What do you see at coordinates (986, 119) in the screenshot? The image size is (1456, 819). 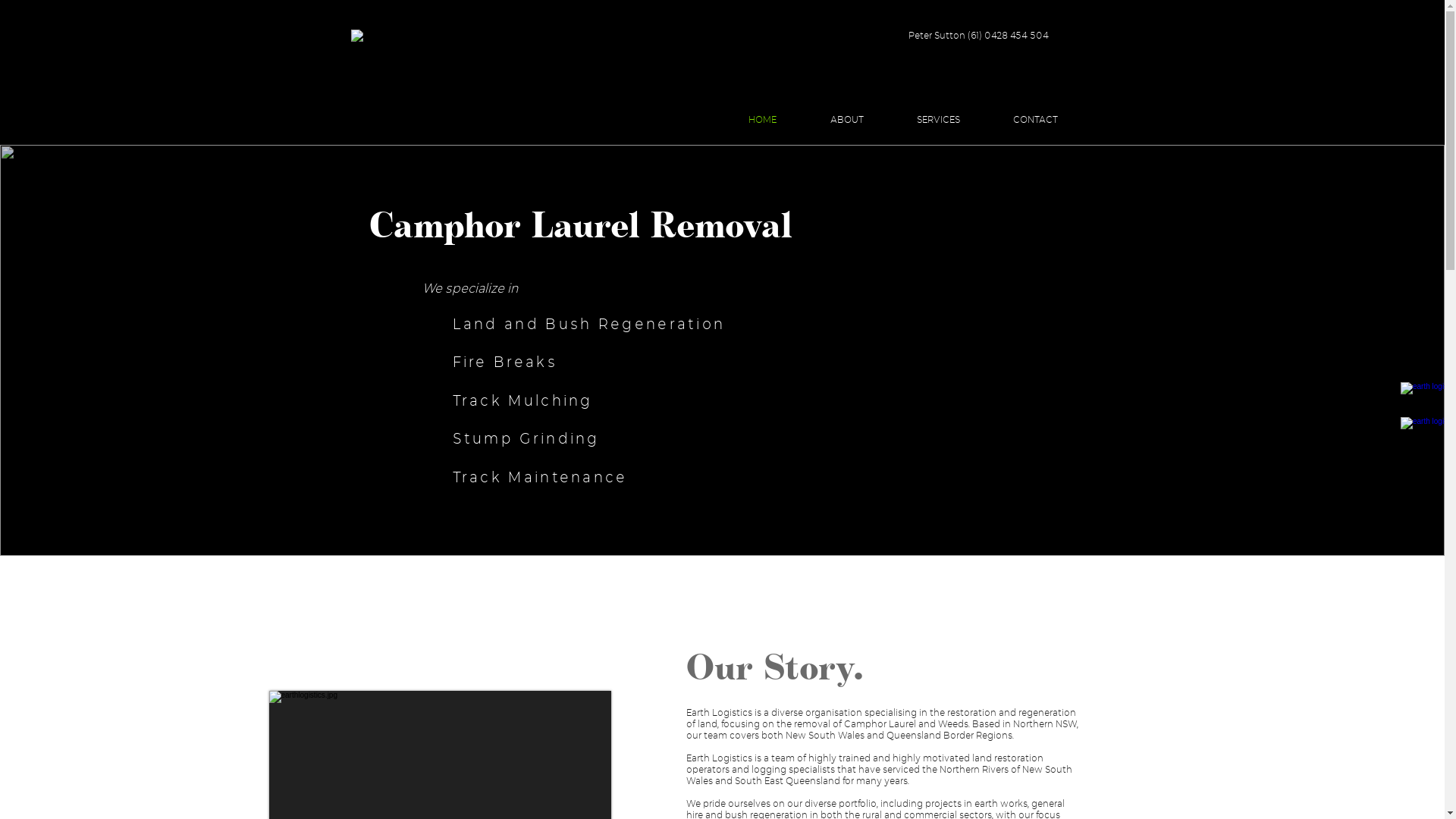 I see `'CONTACT'` at bounding box center [986, 119].